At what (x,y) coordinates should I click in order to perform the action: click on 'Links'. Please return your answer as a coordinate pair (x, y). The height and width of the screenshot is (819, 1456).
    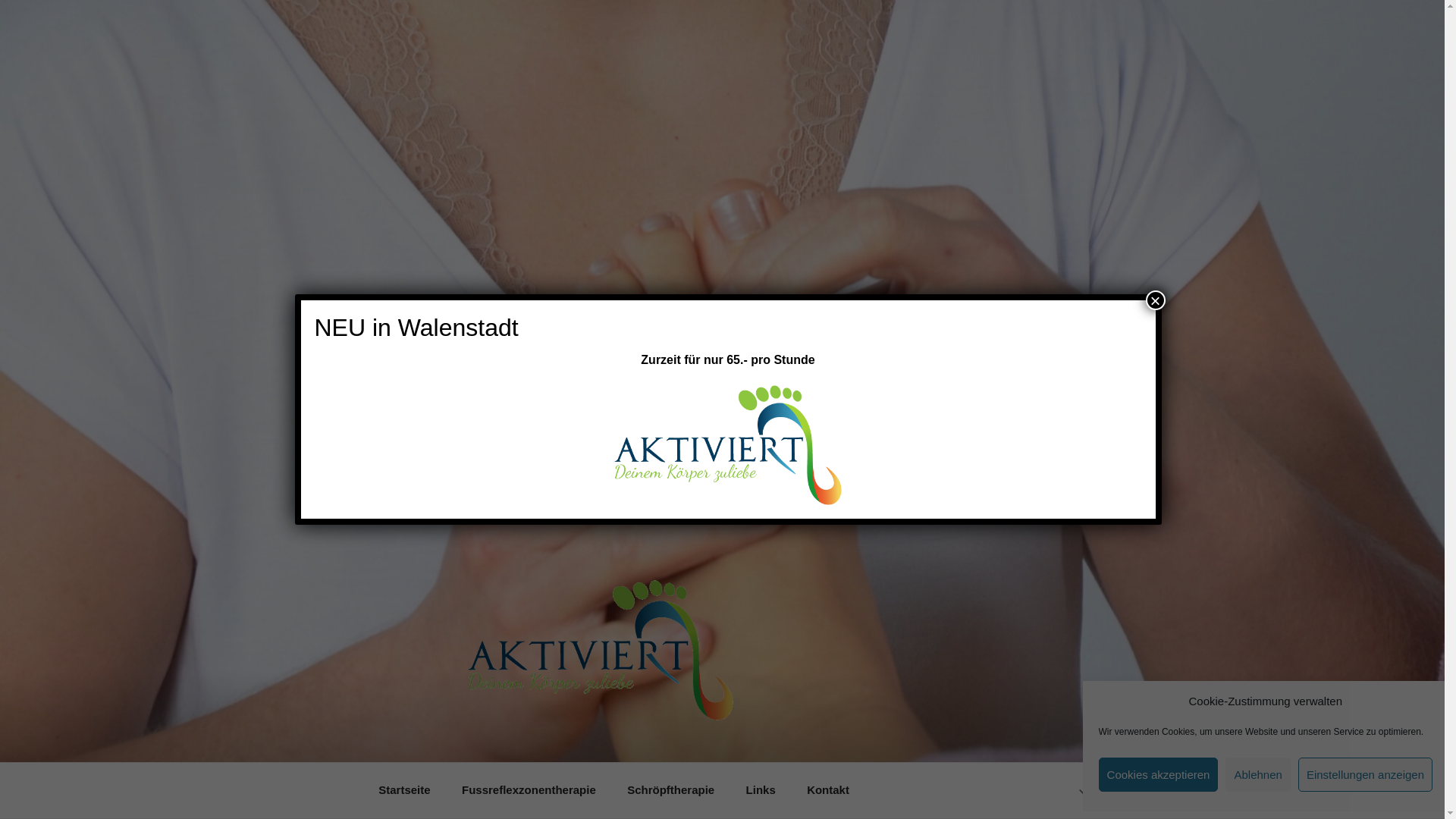
    Looking at the image, I should click on (761, 789).